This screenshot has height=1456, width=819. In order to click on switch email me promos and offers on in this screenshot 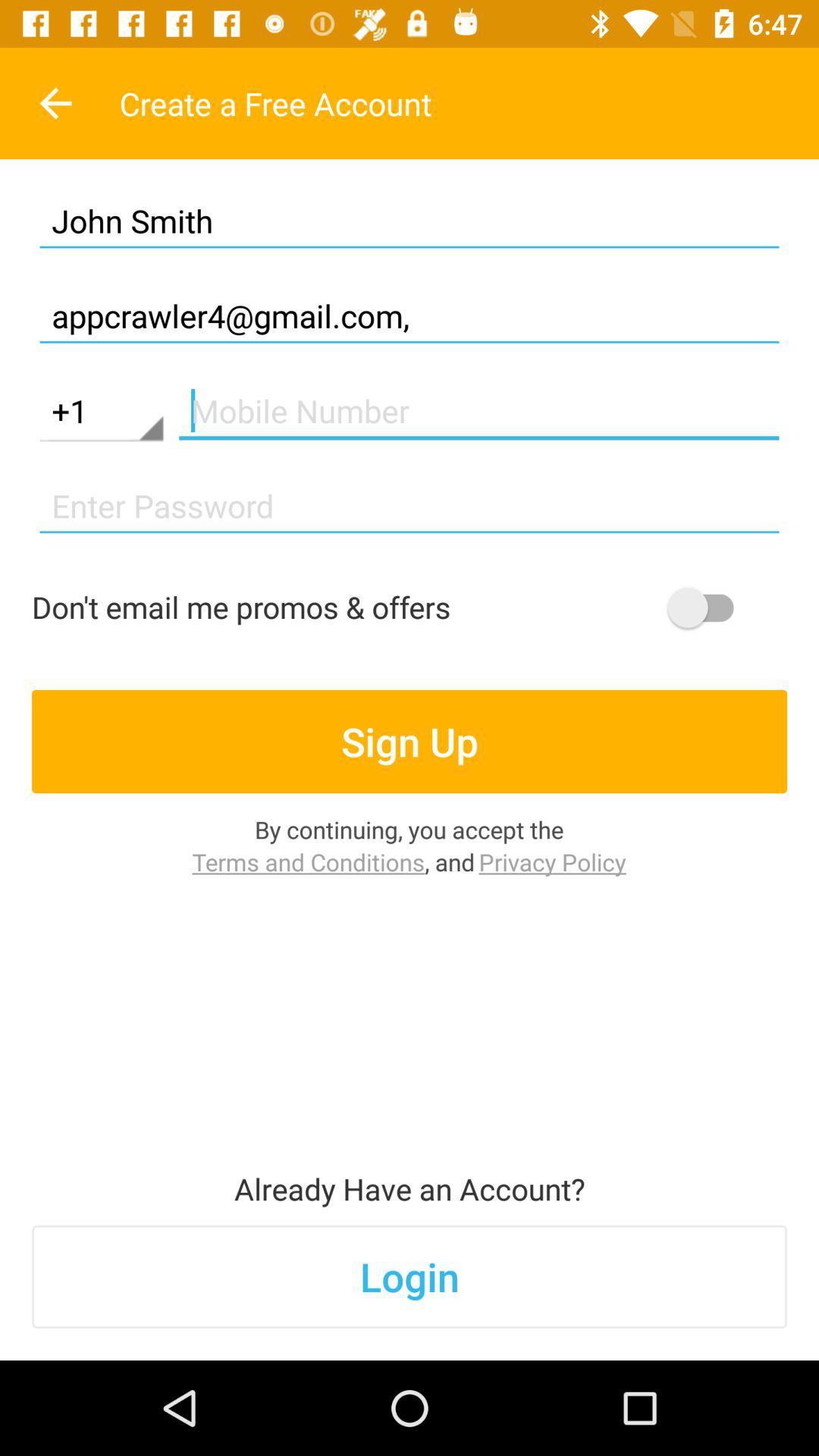, I will do `click(708, 607)`.